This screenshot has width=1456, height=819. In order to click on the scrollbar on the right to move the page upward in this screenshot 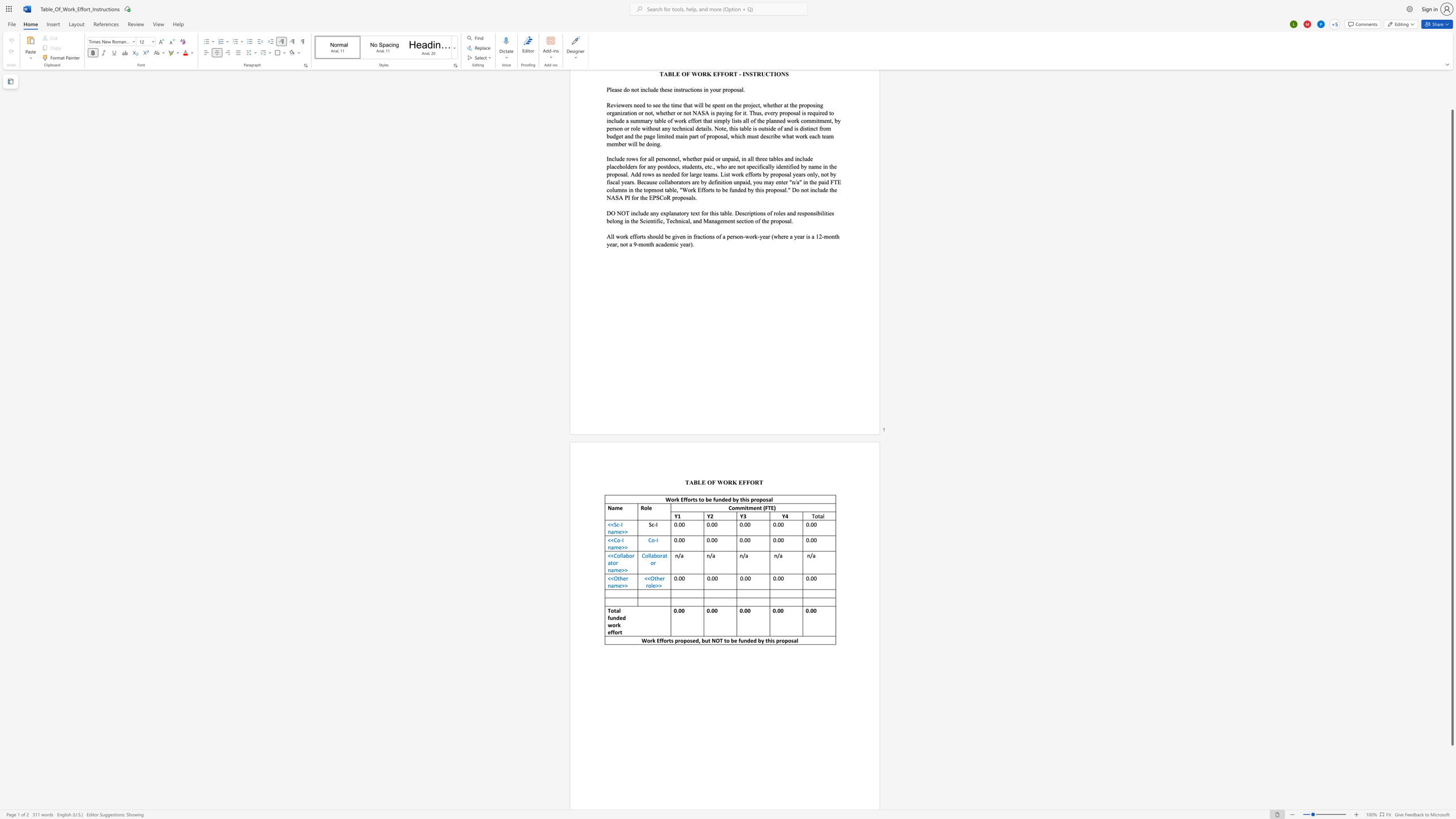, I will do `click(1451, 90)`.